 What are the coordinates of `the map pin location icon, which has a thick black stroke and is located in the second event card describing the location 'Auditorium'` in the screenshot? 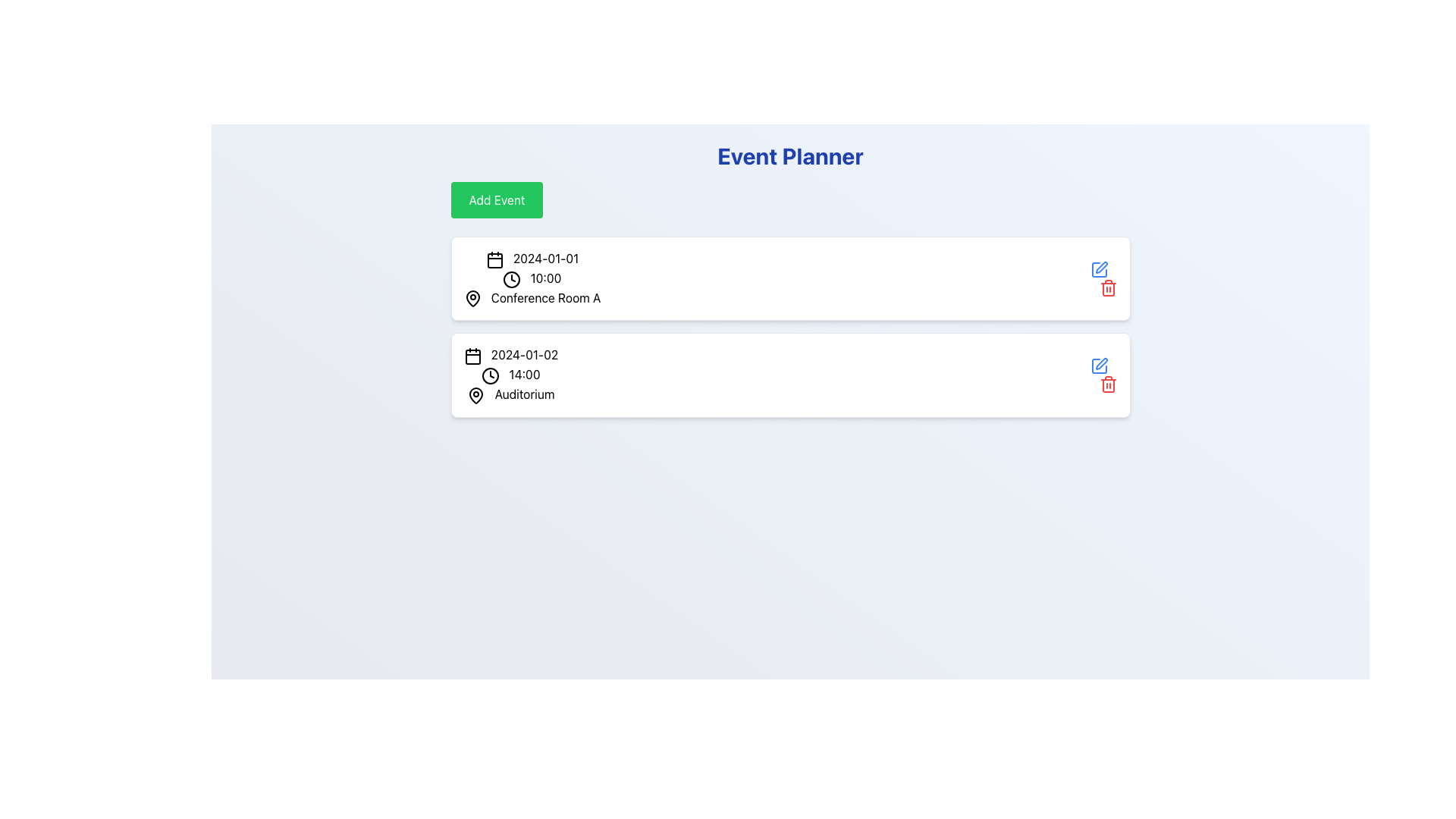 It's located at (475, 394).